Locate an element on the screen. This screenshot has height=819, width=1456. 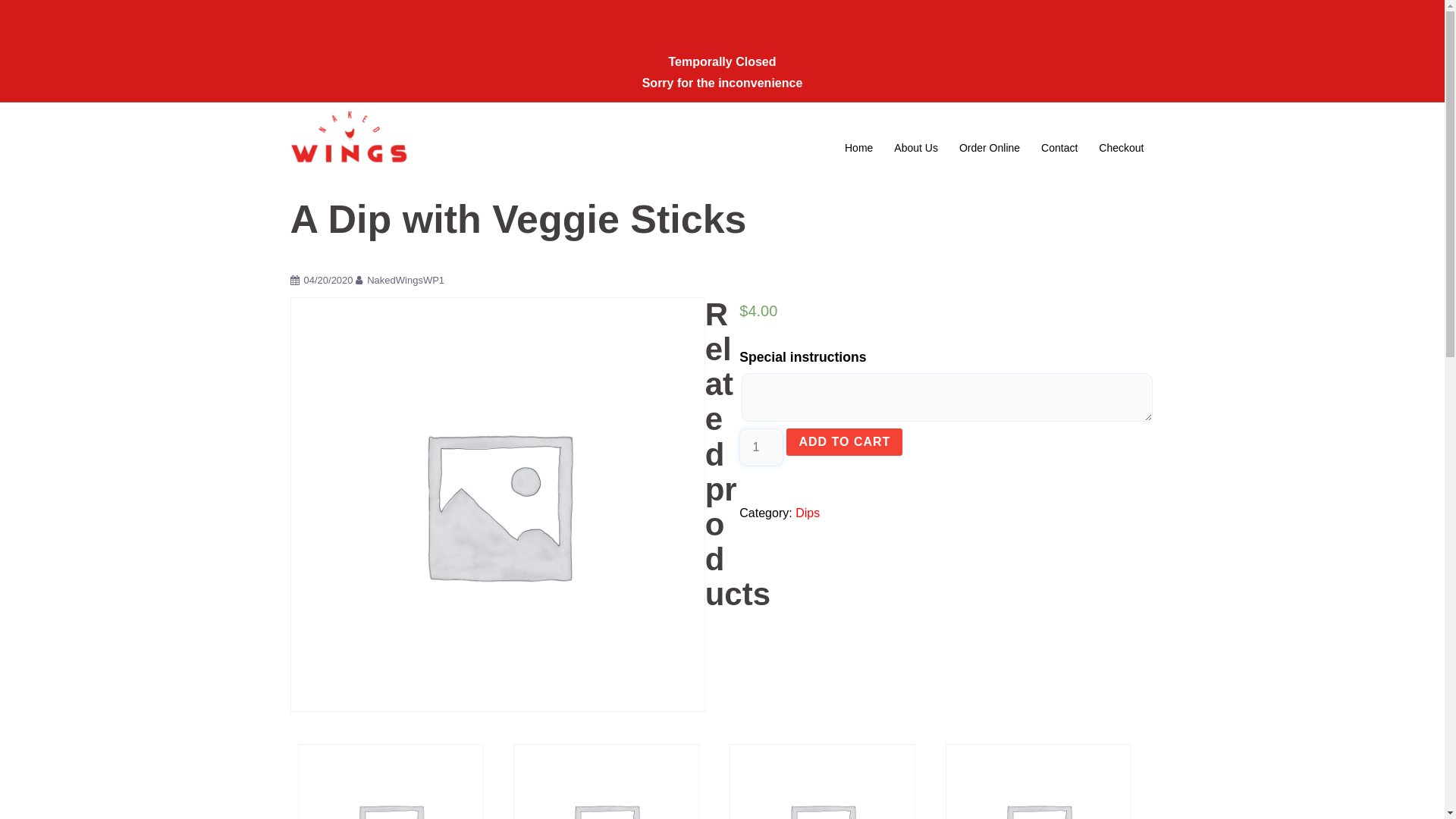
'Naked Wings AU' is located at coordinates (348, 146).